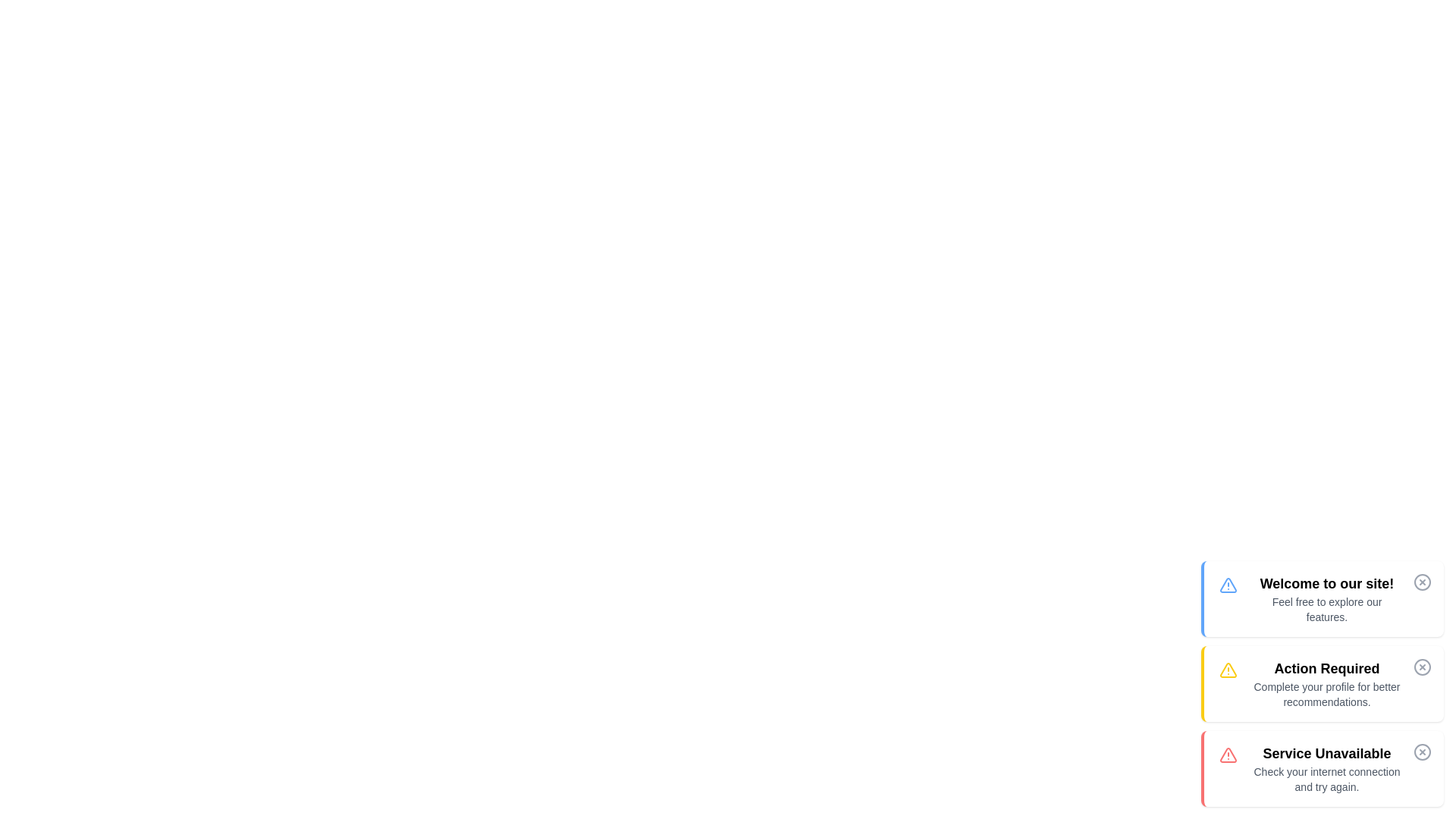 The height and width of the screenshot is (819, 1456). Describe the element at coordinates (1422, 581) in the screenshot. I see `the close button icon, which is a circular shape with a cross inside, located at the top right corner of the notification card adjacent to the welcome text, to trigger the color change effect` at that location.